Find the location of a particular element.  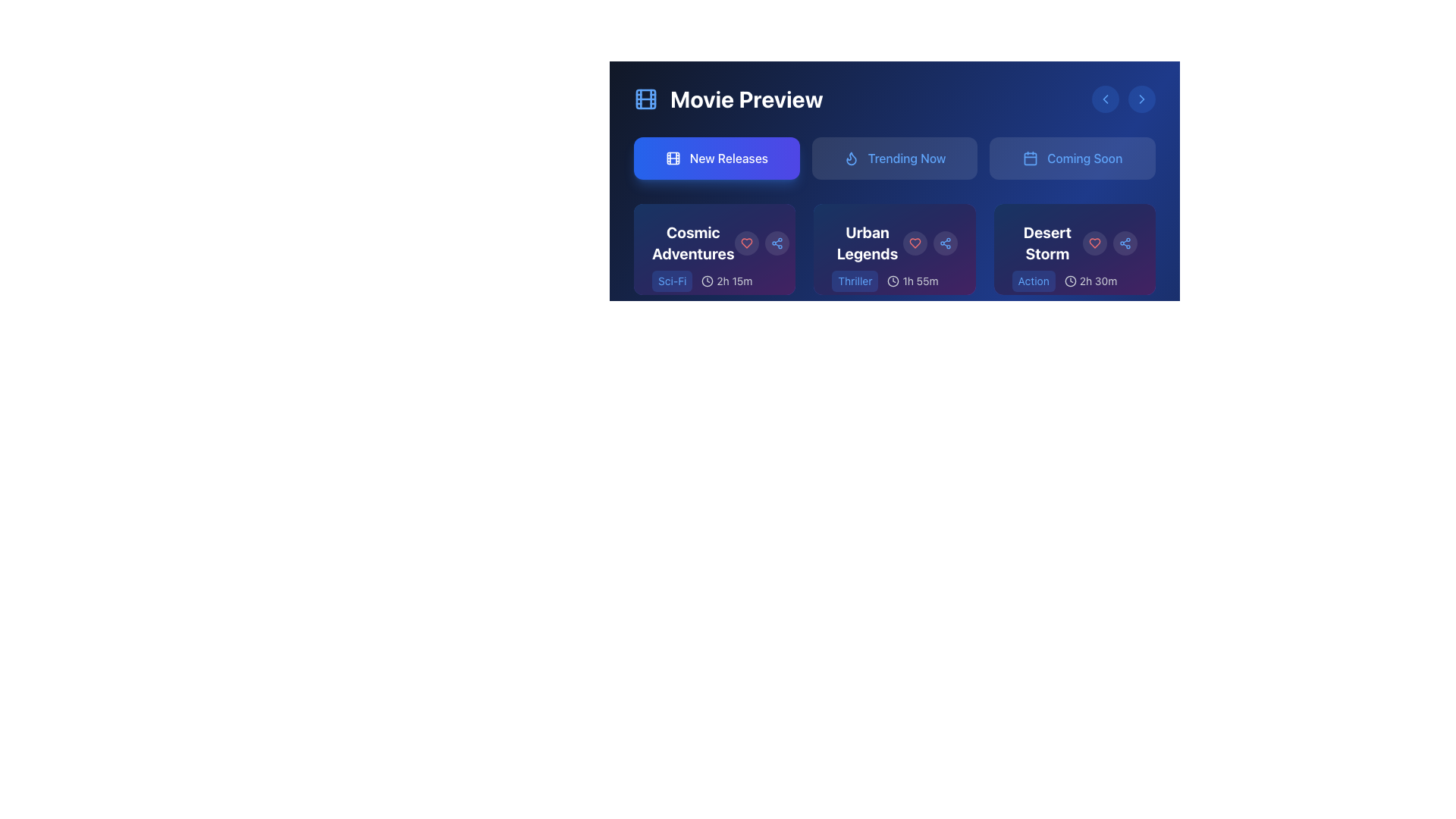

the 'Trending Now' text label, which is styled in medium-sized blue sans-serif font and located between the 'New Releases' button and 'Coming Soon' button, with a flame icon to its left is located at coordinates (906, 158).